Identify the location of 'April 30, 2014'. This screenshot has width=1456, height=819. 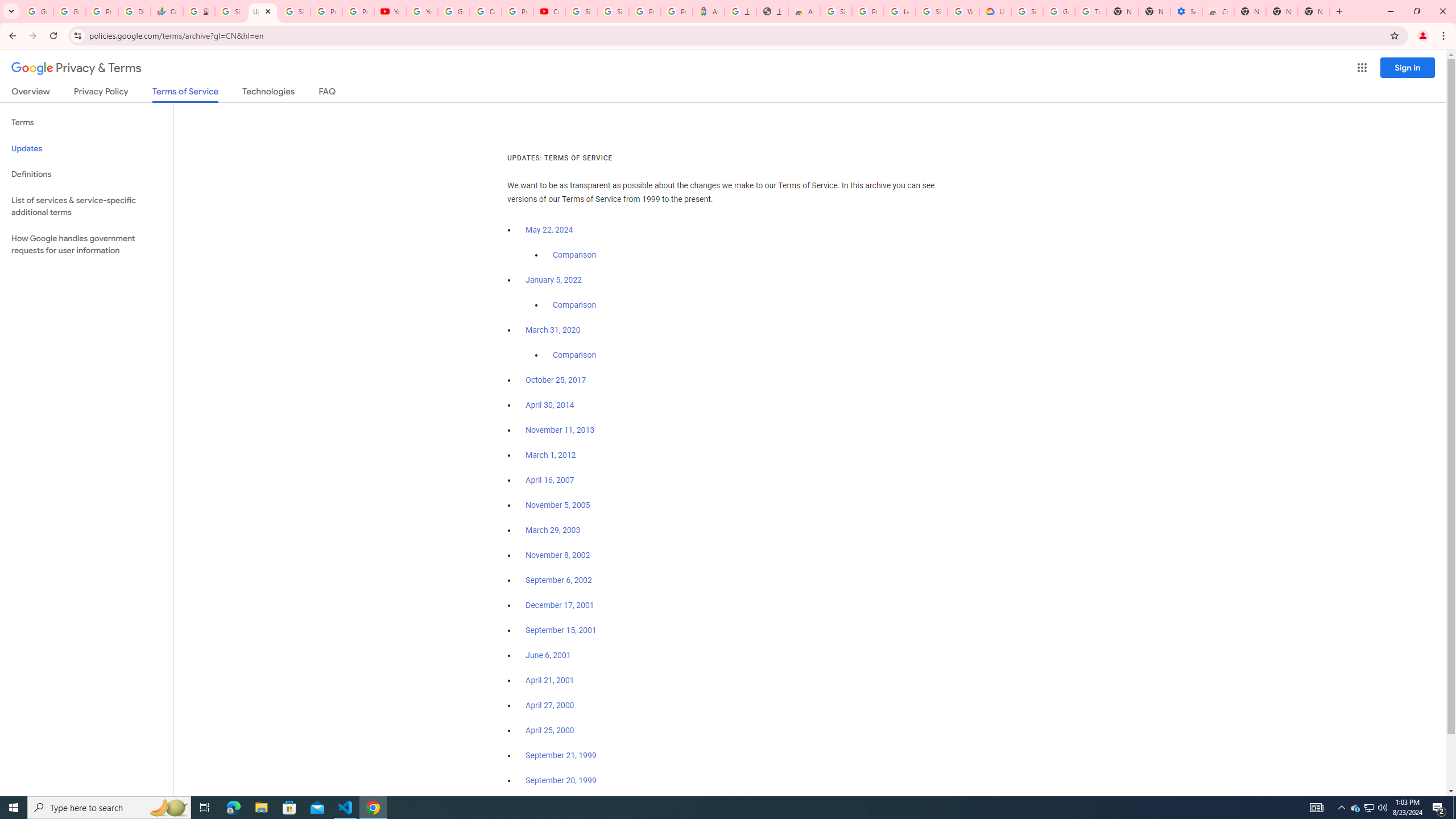
(549, 405).